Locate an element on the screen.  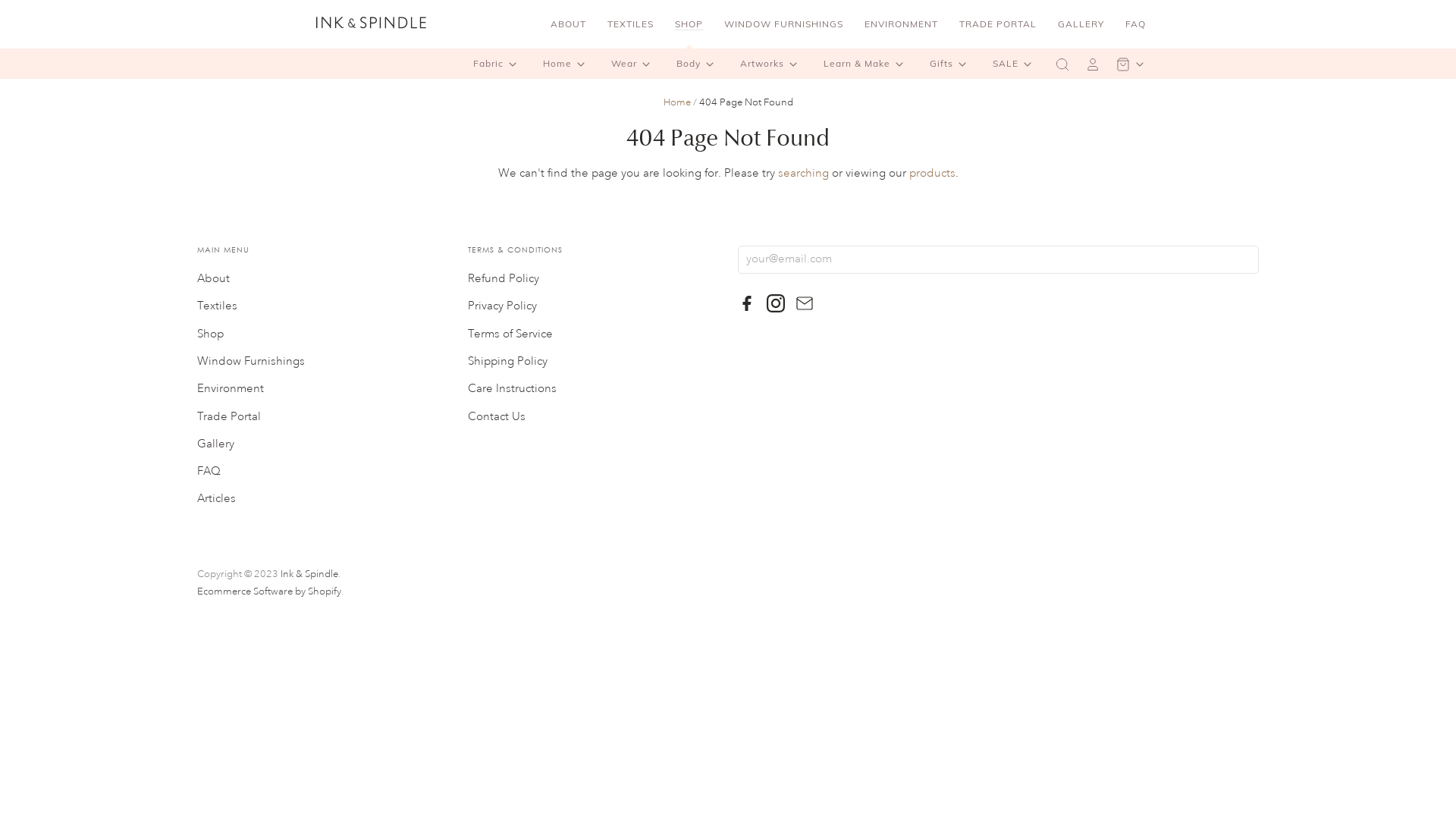
'Window Furnishings' is located at coordinates (251, 361).